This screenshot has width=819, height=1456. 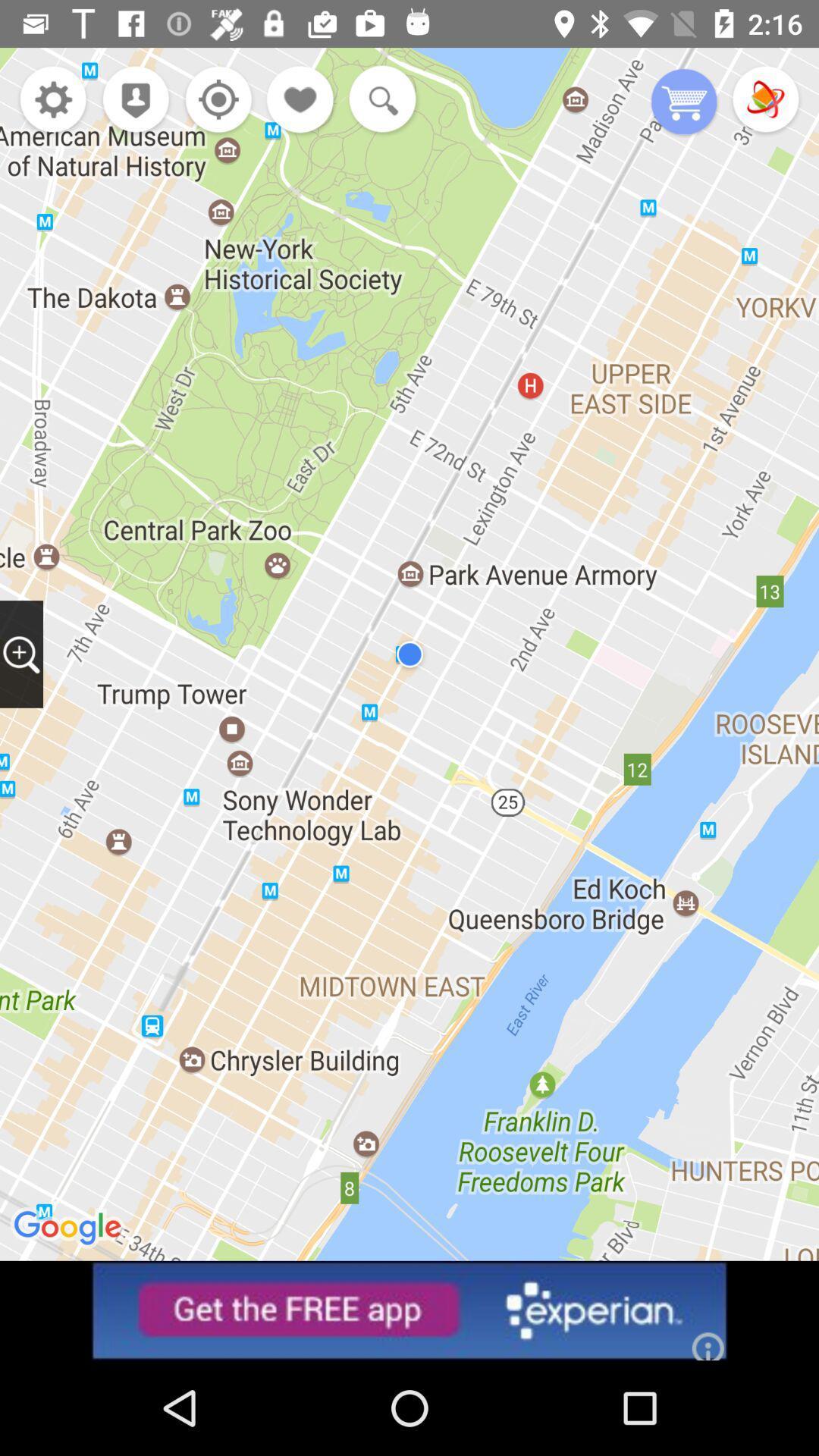 I want to click on advertisement option, so click(x=409, y=1310).